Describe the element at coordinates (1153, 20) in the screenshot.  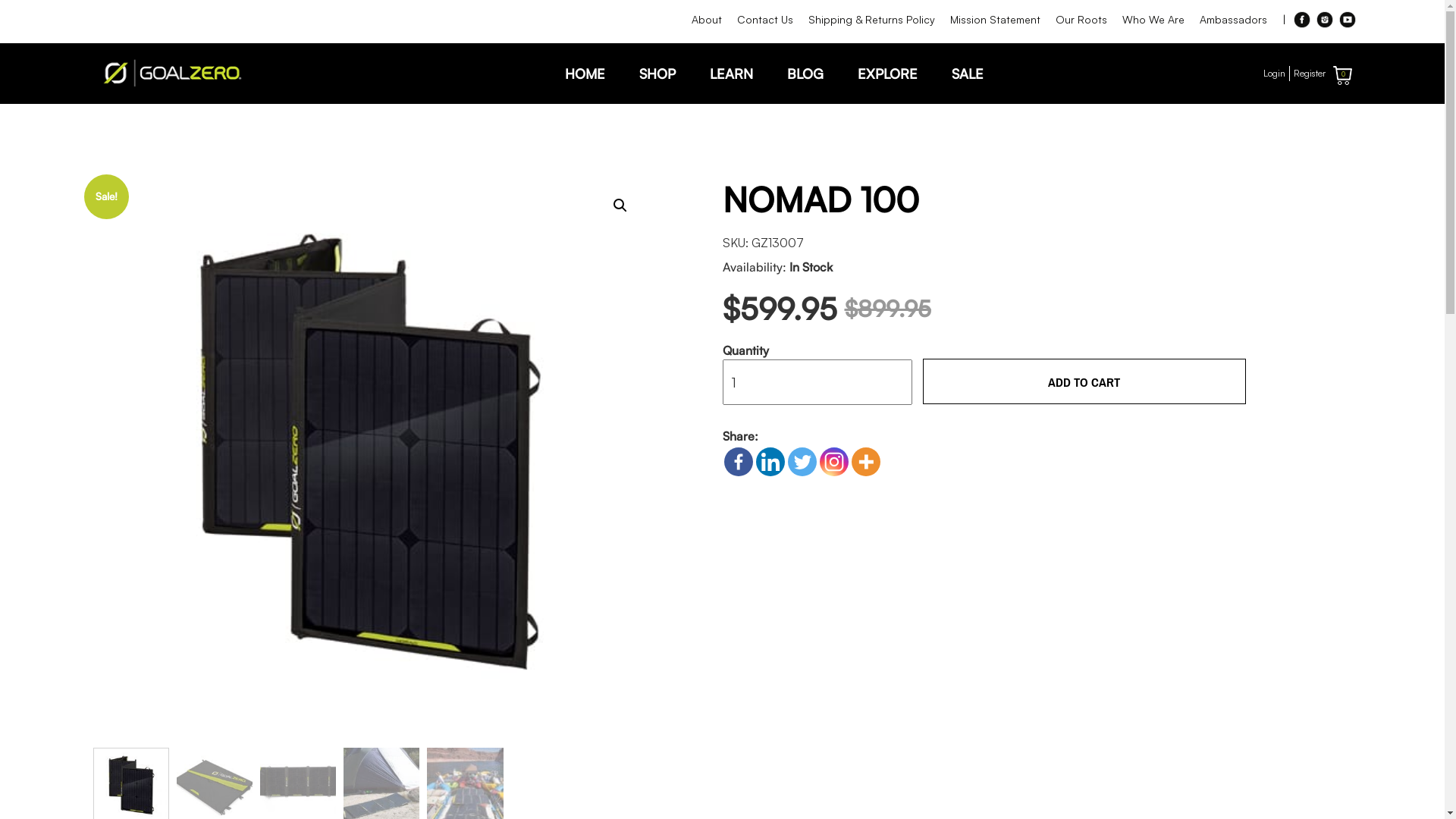
I see `'Who We Are'` at that location.